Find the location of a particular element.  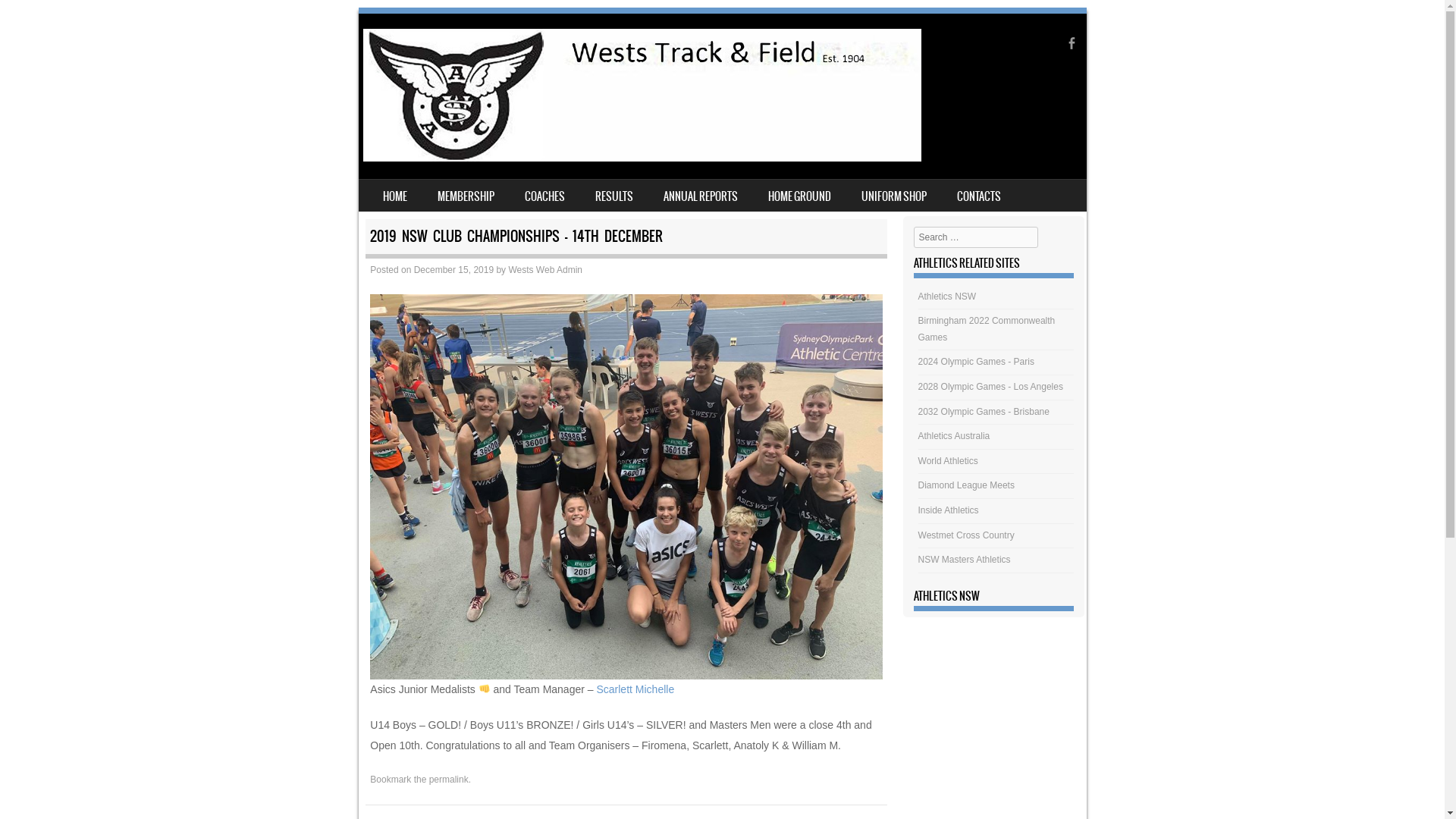

'Search' is located at coordinates (33, 17).